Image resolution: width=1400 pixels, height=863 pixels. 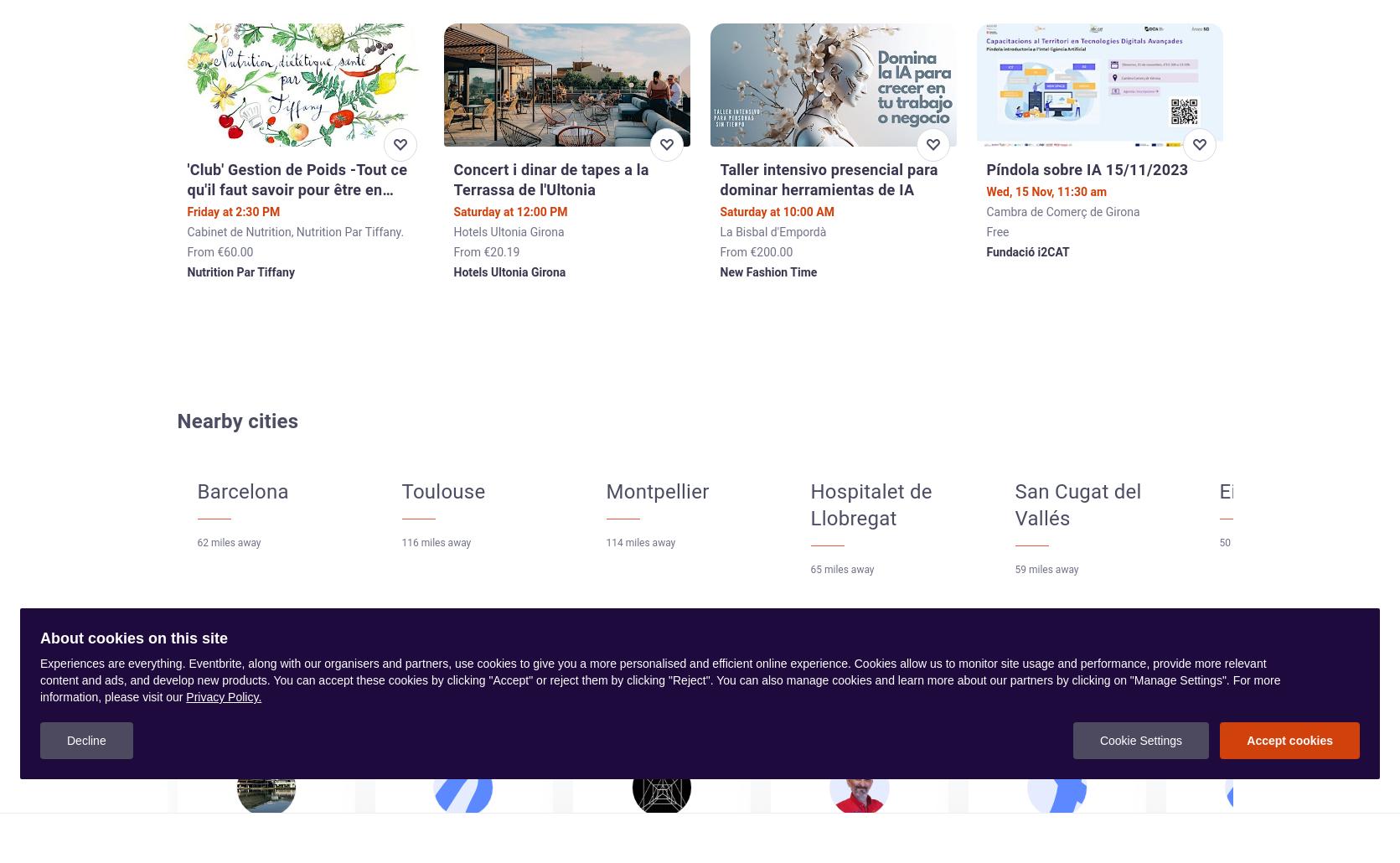 I want to click on 'Friday at 2:30 PM', so click(x=233, y=211).